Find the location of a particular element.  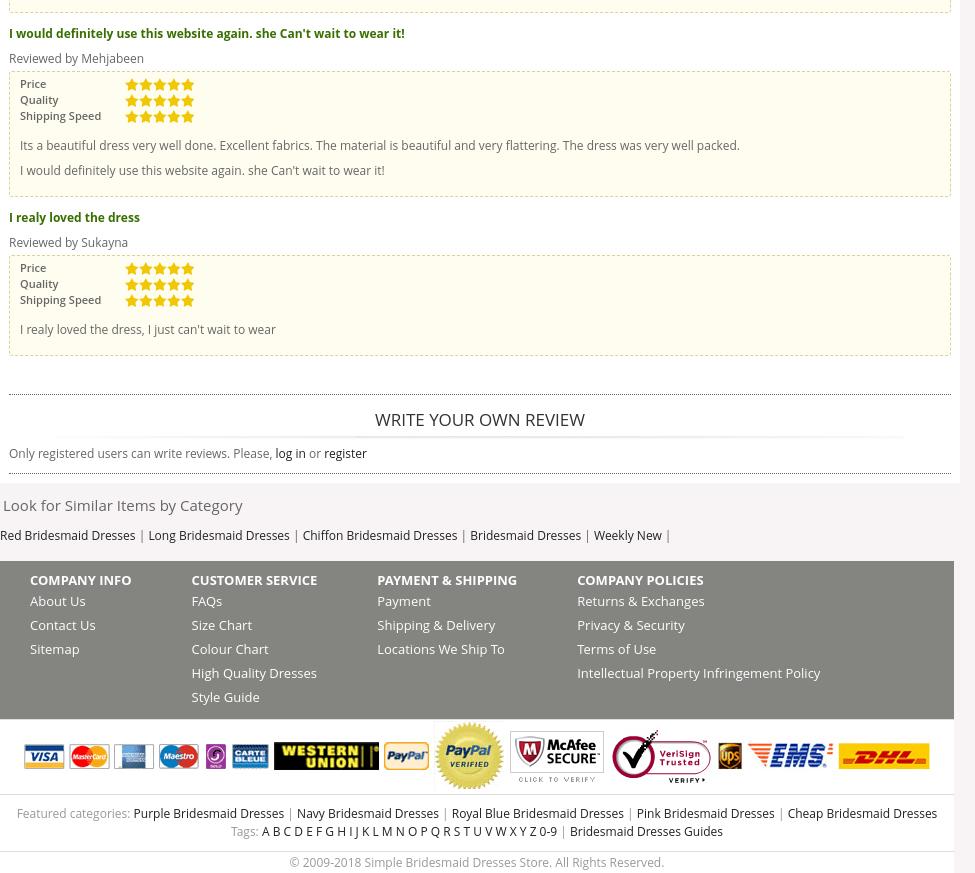

'Purple Bridesmaid Dresses' is located at coordinates (131, 813).